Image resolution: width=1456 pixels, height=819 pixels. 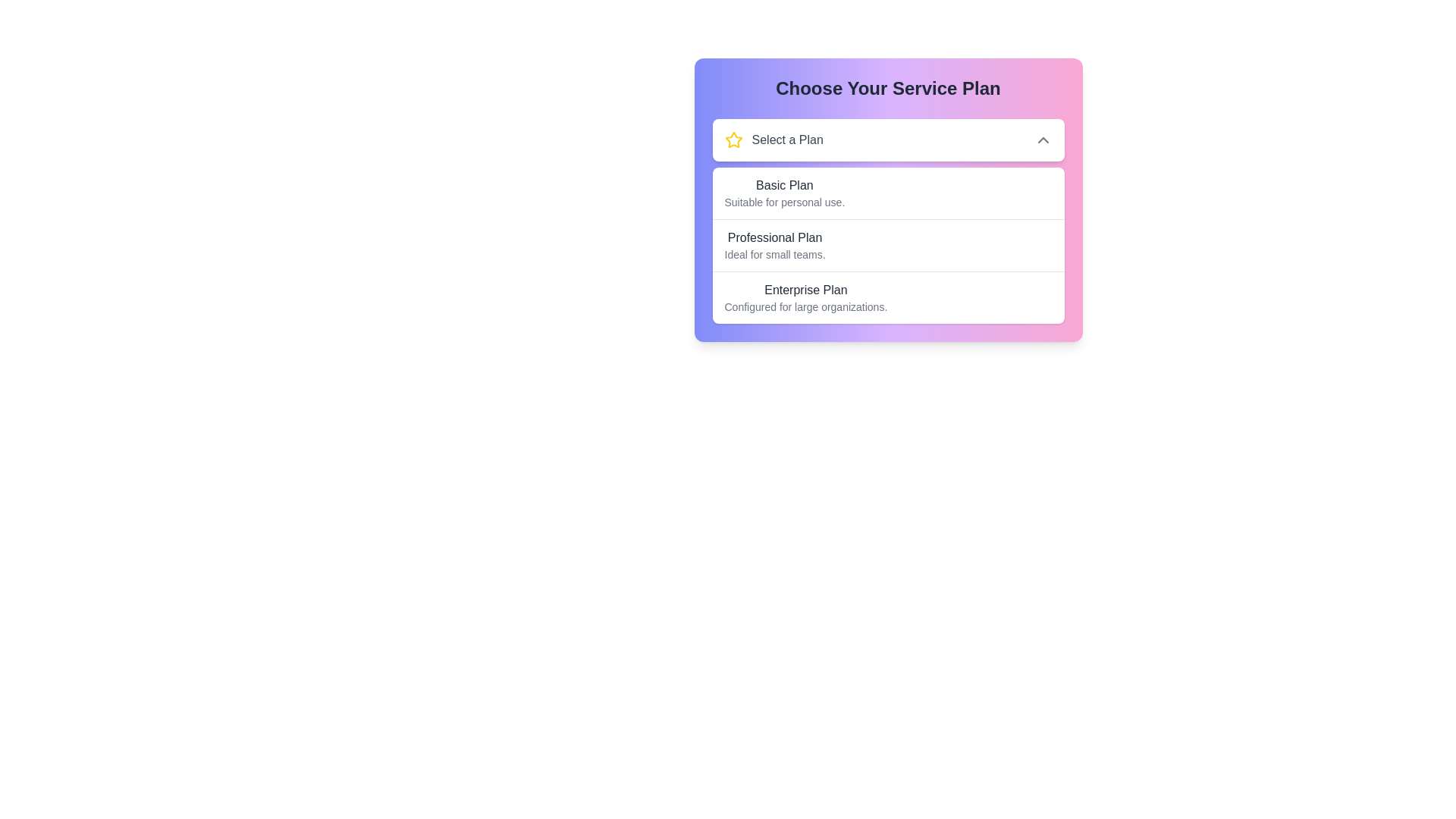 I want to click on the 'Select a Plan' text label, which is displayed in a medium-weight, gray font and is centrally aligned within the panel titled 'Choose Your Service Plan', located to the right of a yellow star icon, so click(x=787, y=140).